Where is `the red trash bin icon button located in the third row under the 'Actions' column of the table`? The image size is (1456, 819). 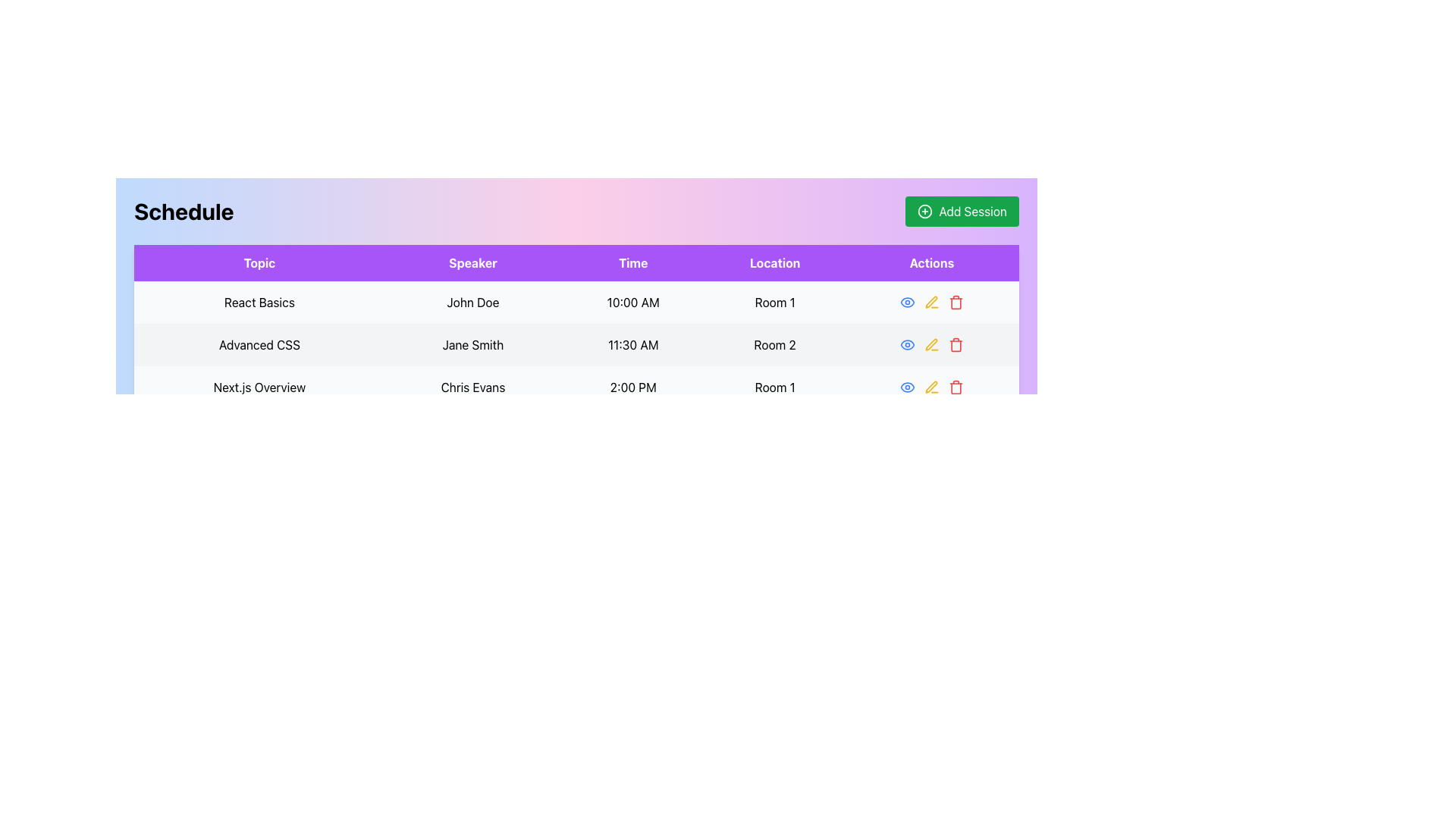 the red trash bin icon button located in the third row under the 'Actions' column of the table is located at coordinates (955, 386).